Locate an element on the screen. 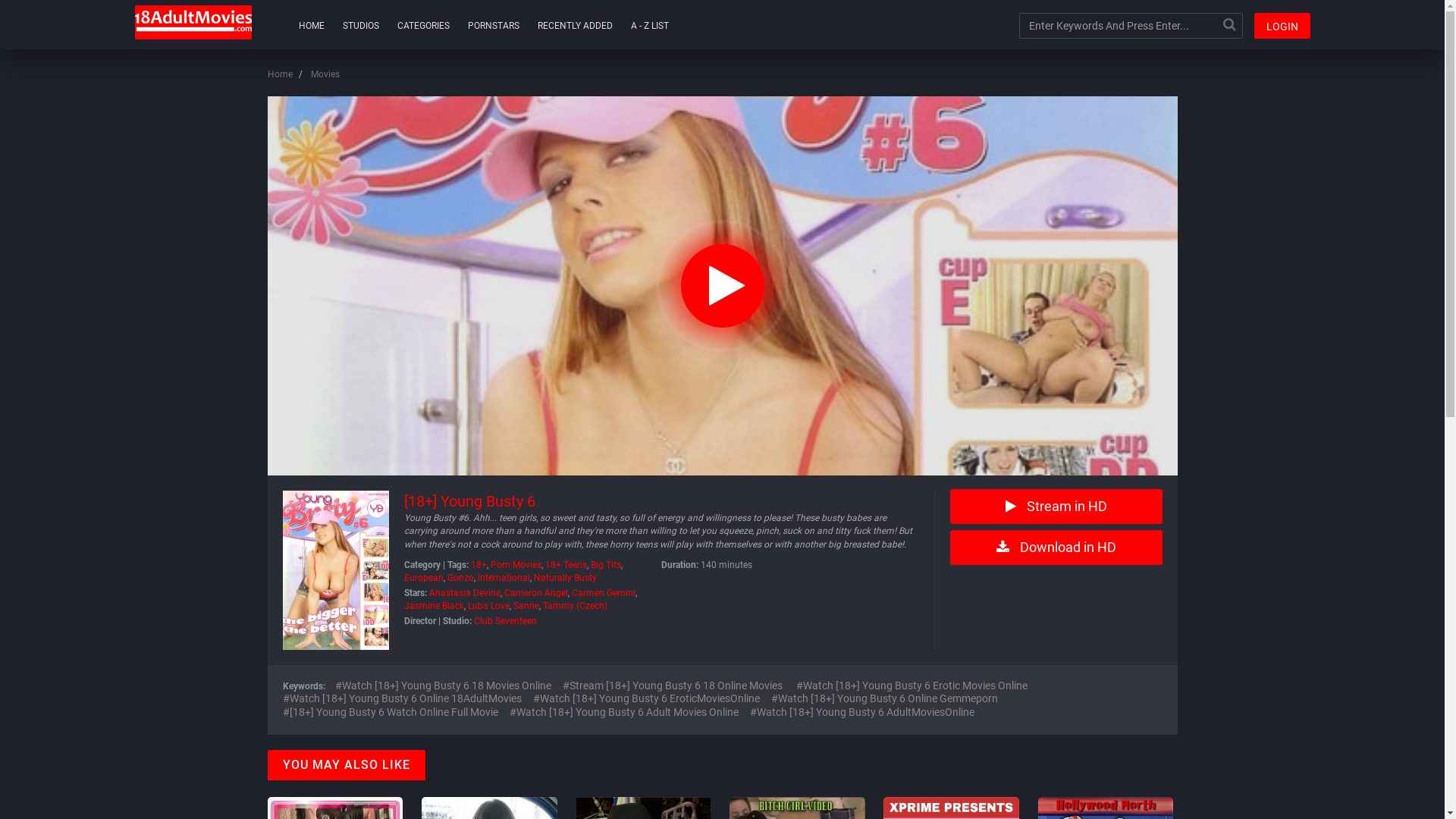  'Search' is located at coordinates (1229, 26).